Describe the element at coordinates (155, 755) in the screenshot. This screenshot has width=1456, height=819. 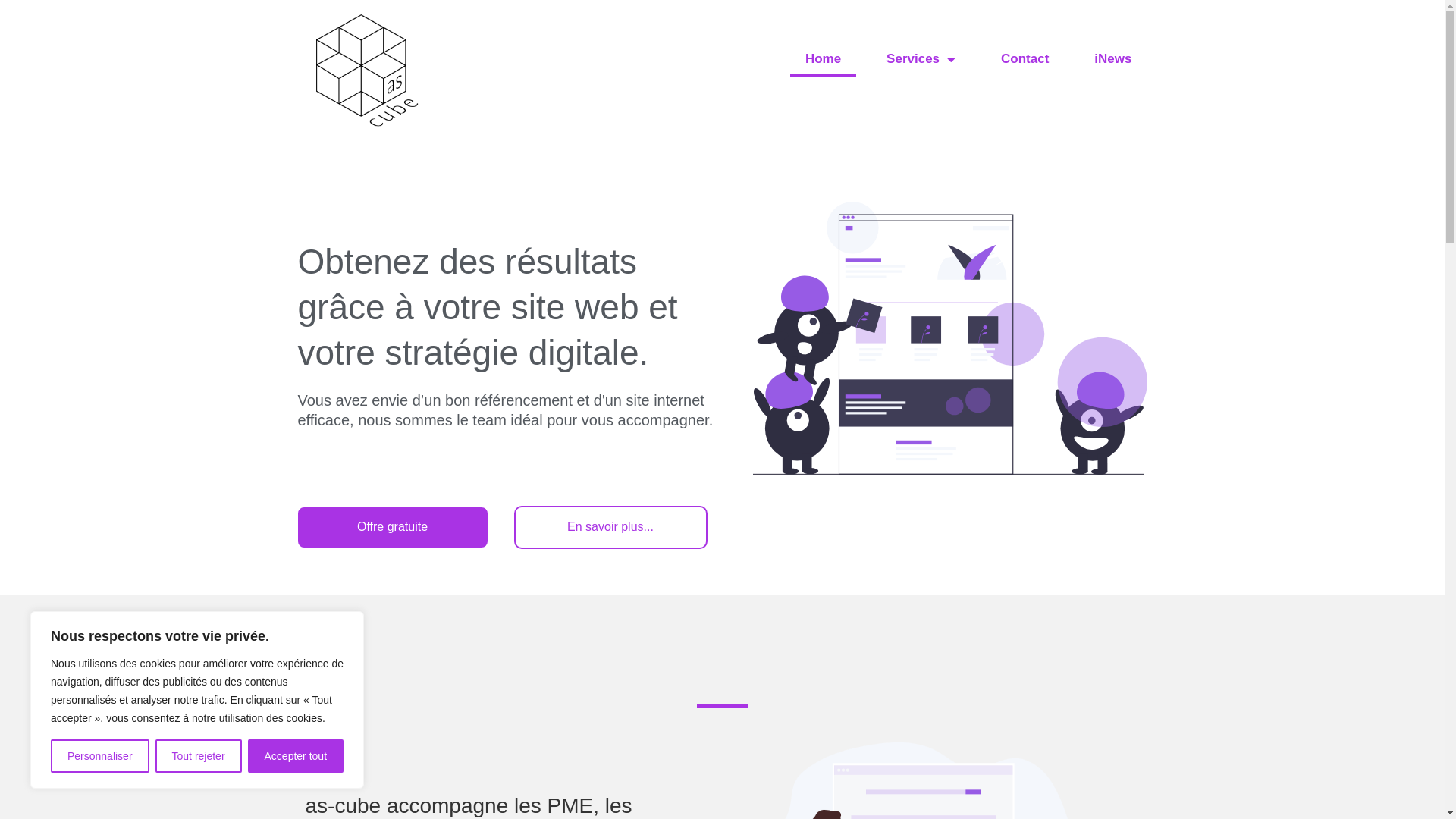
I see `'Tout rejeter'` at that location.